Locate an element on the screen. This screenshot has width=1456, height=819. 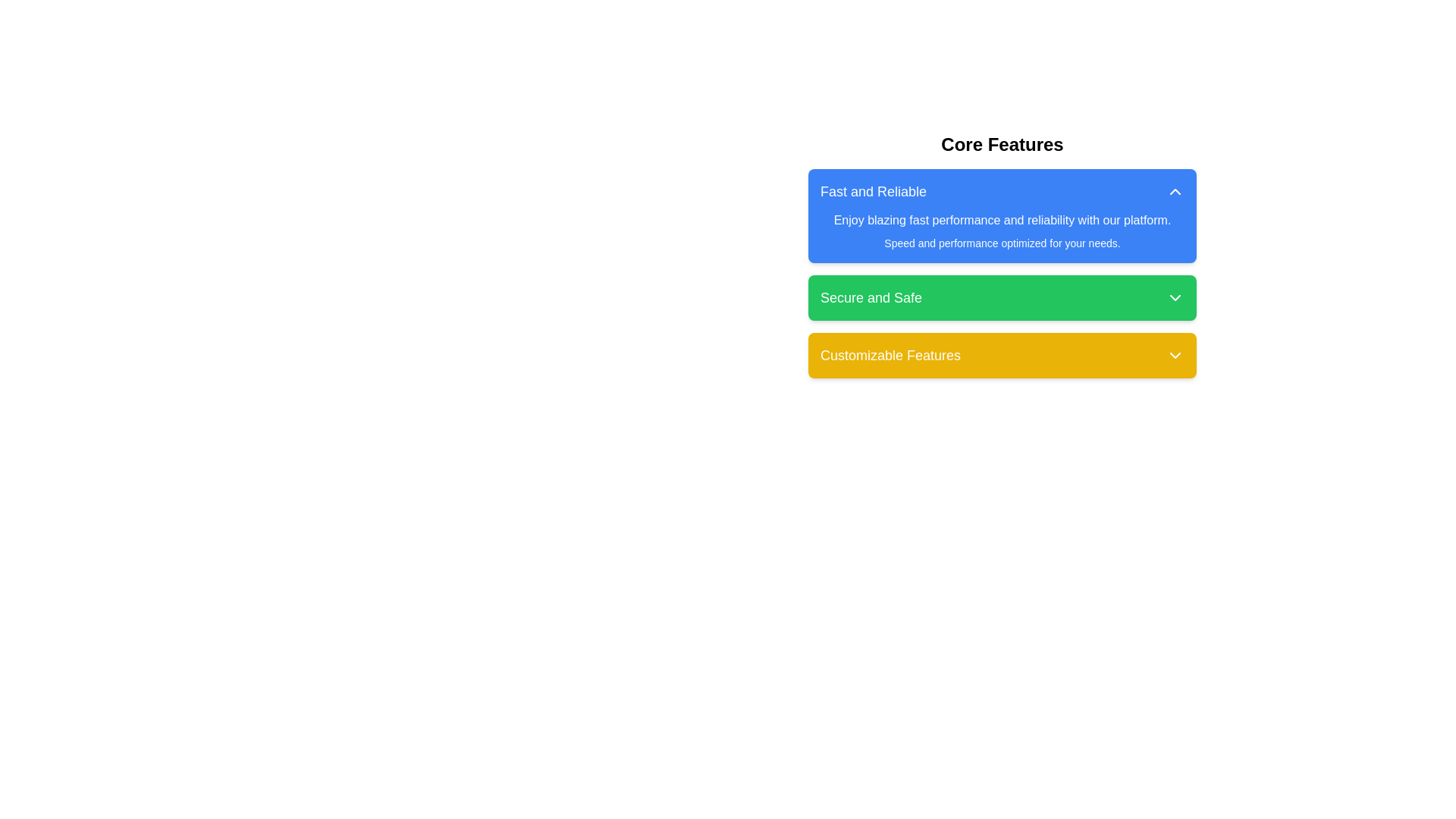
the static text label that serves as the title for the collapsible section under 'Core Features', located in the top-left corner of the bar component is located at coordinates (874, 191).